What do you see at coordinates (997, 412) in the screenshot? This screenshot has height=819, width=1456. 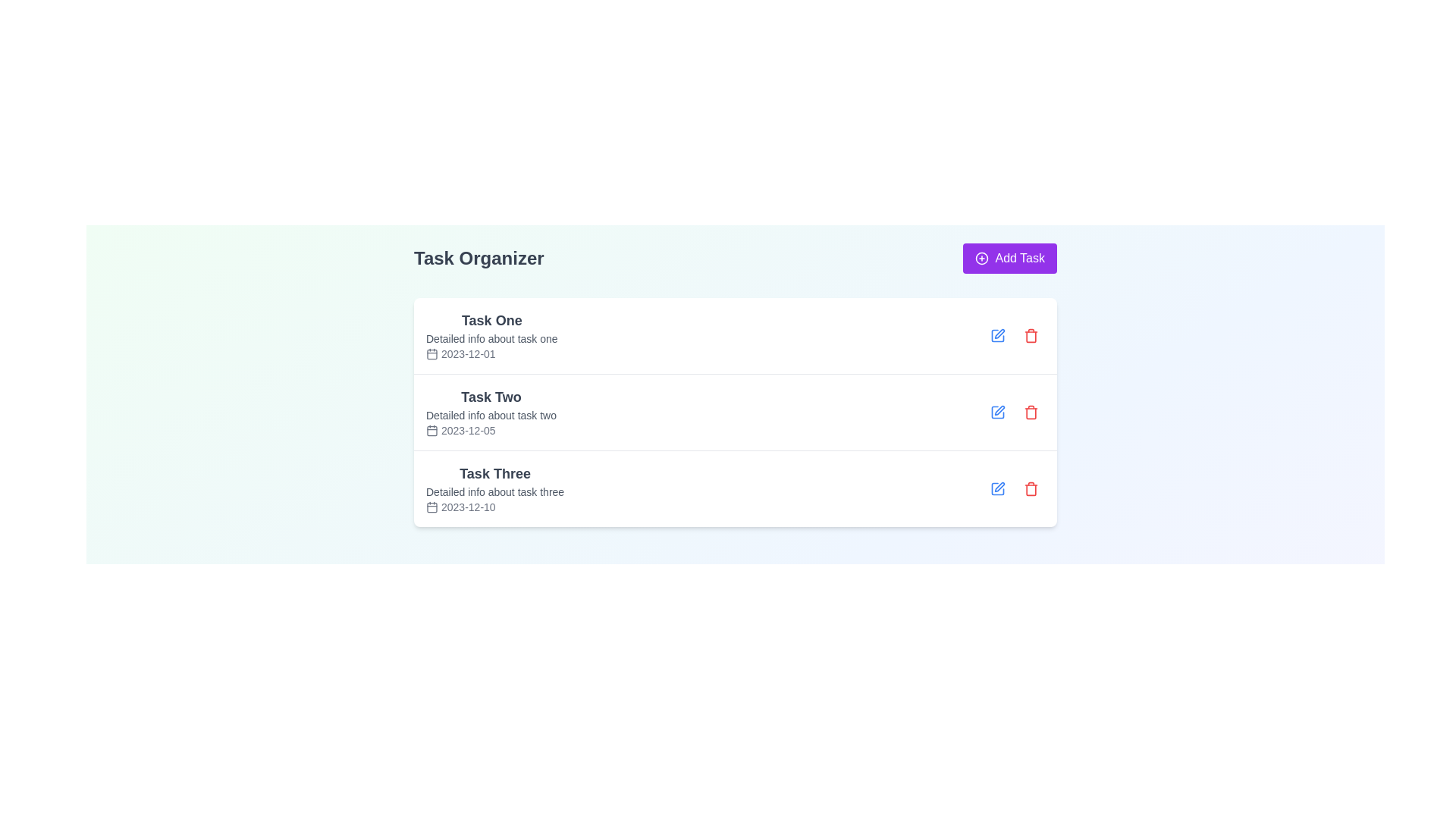 I see `the edit button next to the 'Task Two' item in the task list` at bounding box center [997, 412].